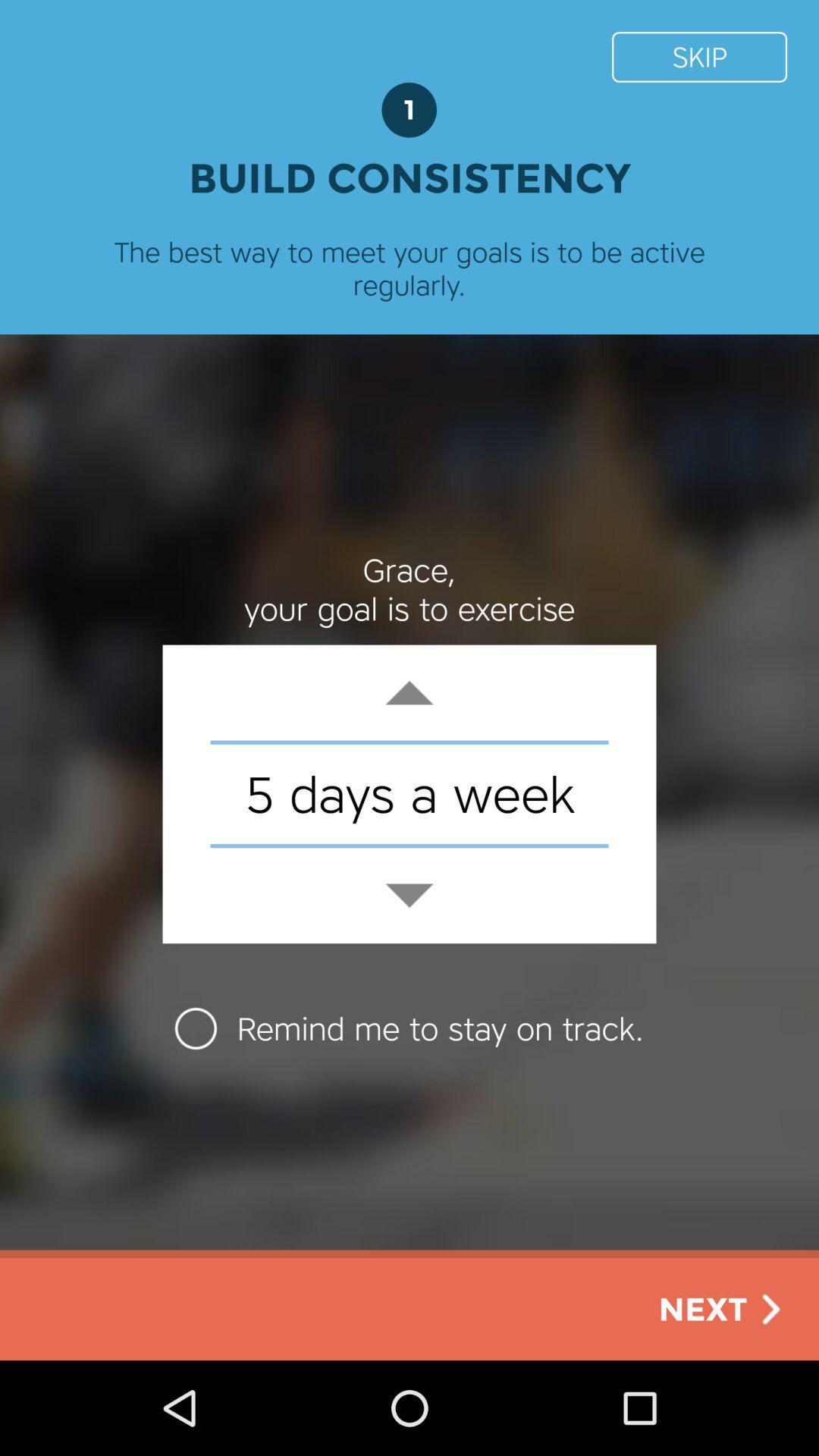  What do you see at coordinates (722, 1308) in the screenshot?
I see `next icon` at bounding box center [722, 1308].